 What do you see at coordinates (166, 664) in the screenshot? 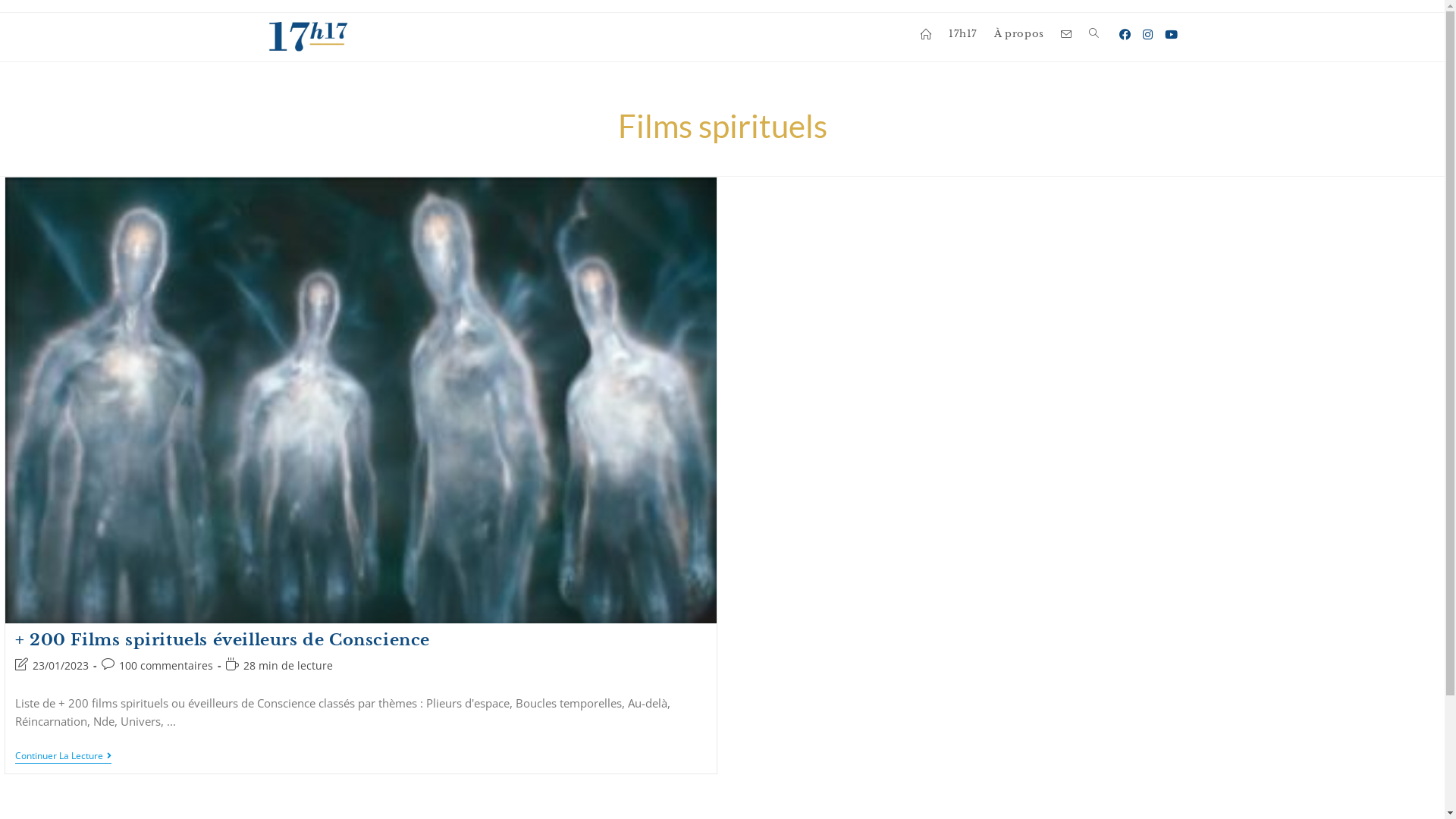
I see `'100 commentaires'` at bounding box center [166, 664].